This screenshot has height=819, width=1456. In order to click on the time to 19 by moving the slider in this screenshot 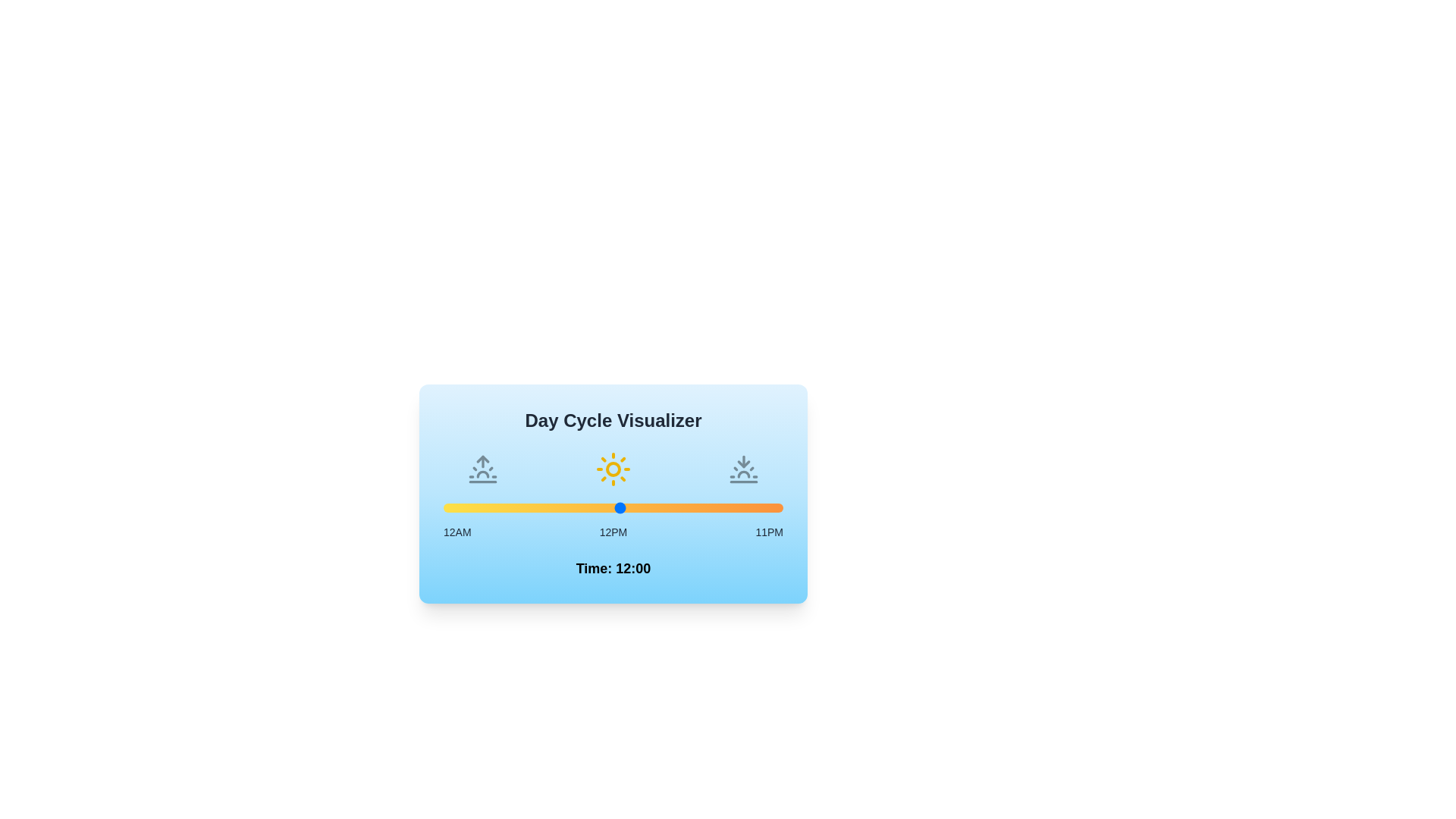, I will do `click(723, 508)`.